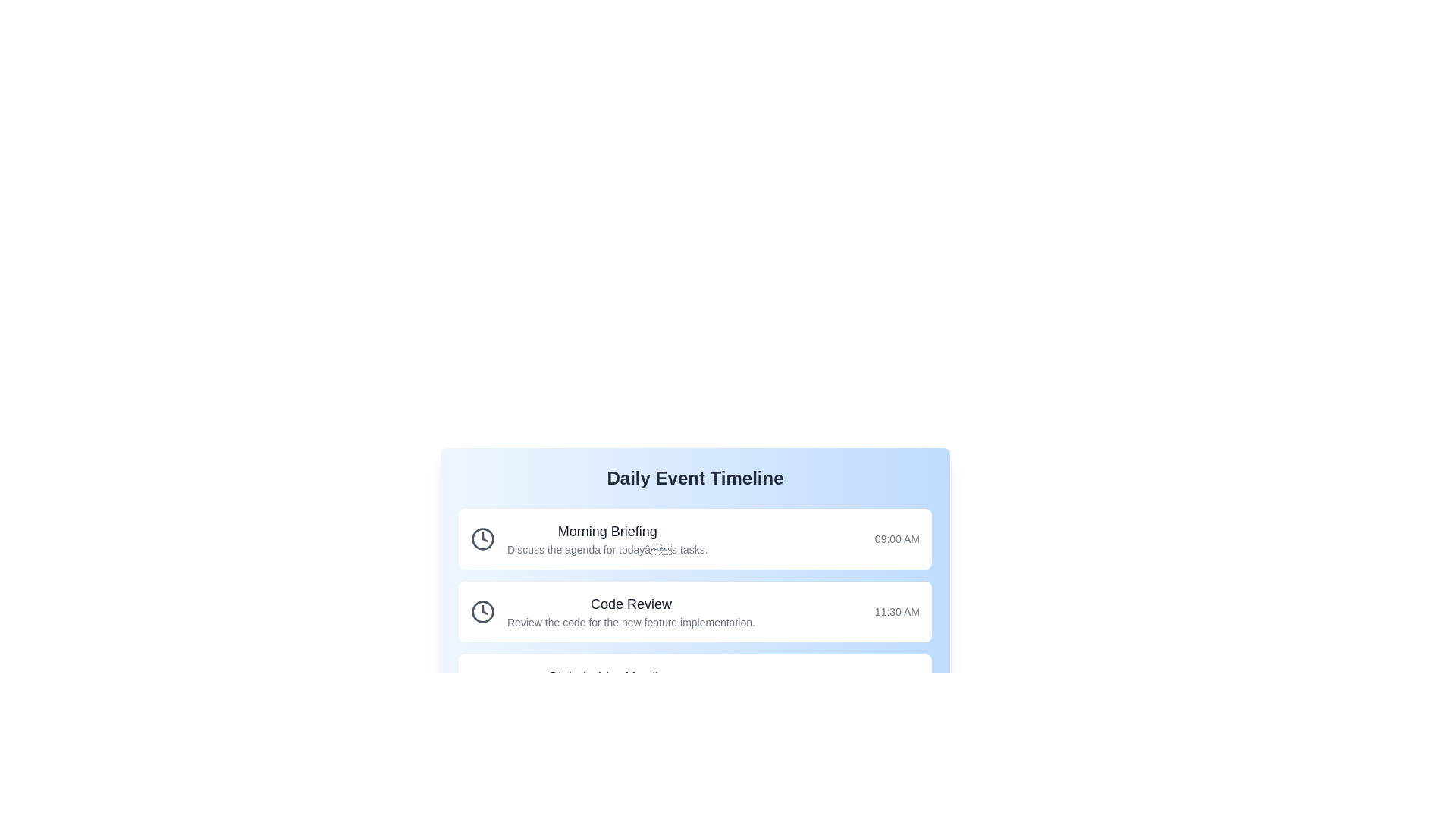 The height and width of the screenshot is (819, 1456). What do you see at coordinates (694, 610) in the screenshot?
I see `the event titled 'Code Review' to see the hover effect` at bounding box center [694, 610].